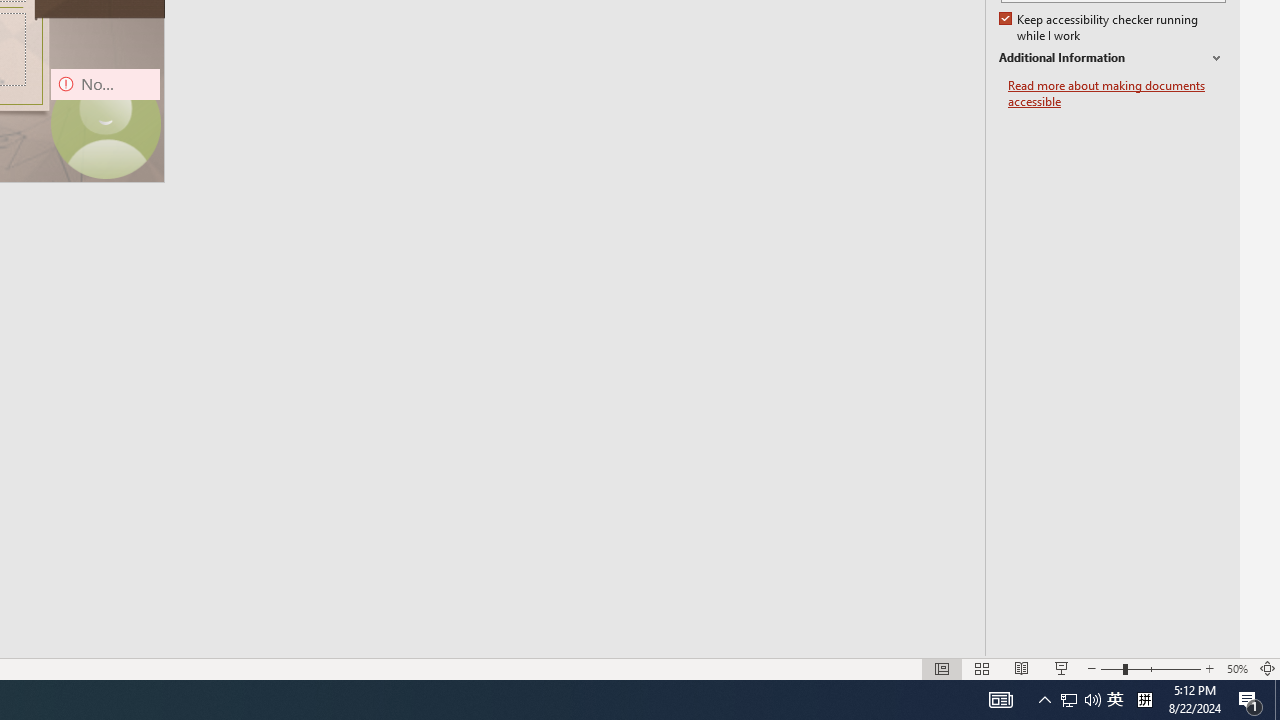 The width and height of the screenshot is (1280, 720). What do you see at coordinates (1116, 93) in the screenshot?
I see `'Read more about making documents accessible'` at bounding box center [1116, 93].